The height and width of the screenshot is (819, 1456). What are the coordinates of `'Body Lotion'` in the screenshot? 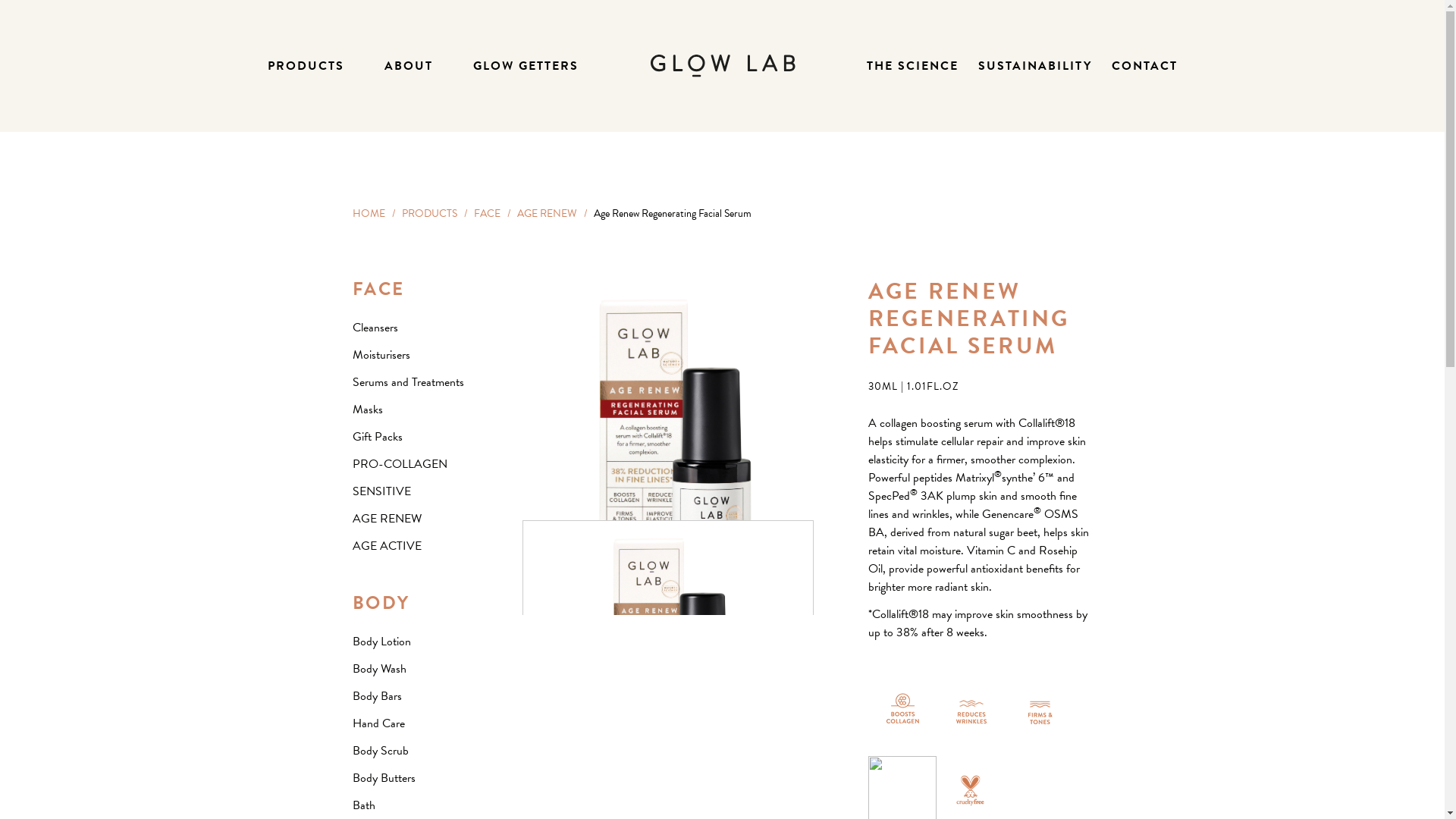 It's located at (381, 641).